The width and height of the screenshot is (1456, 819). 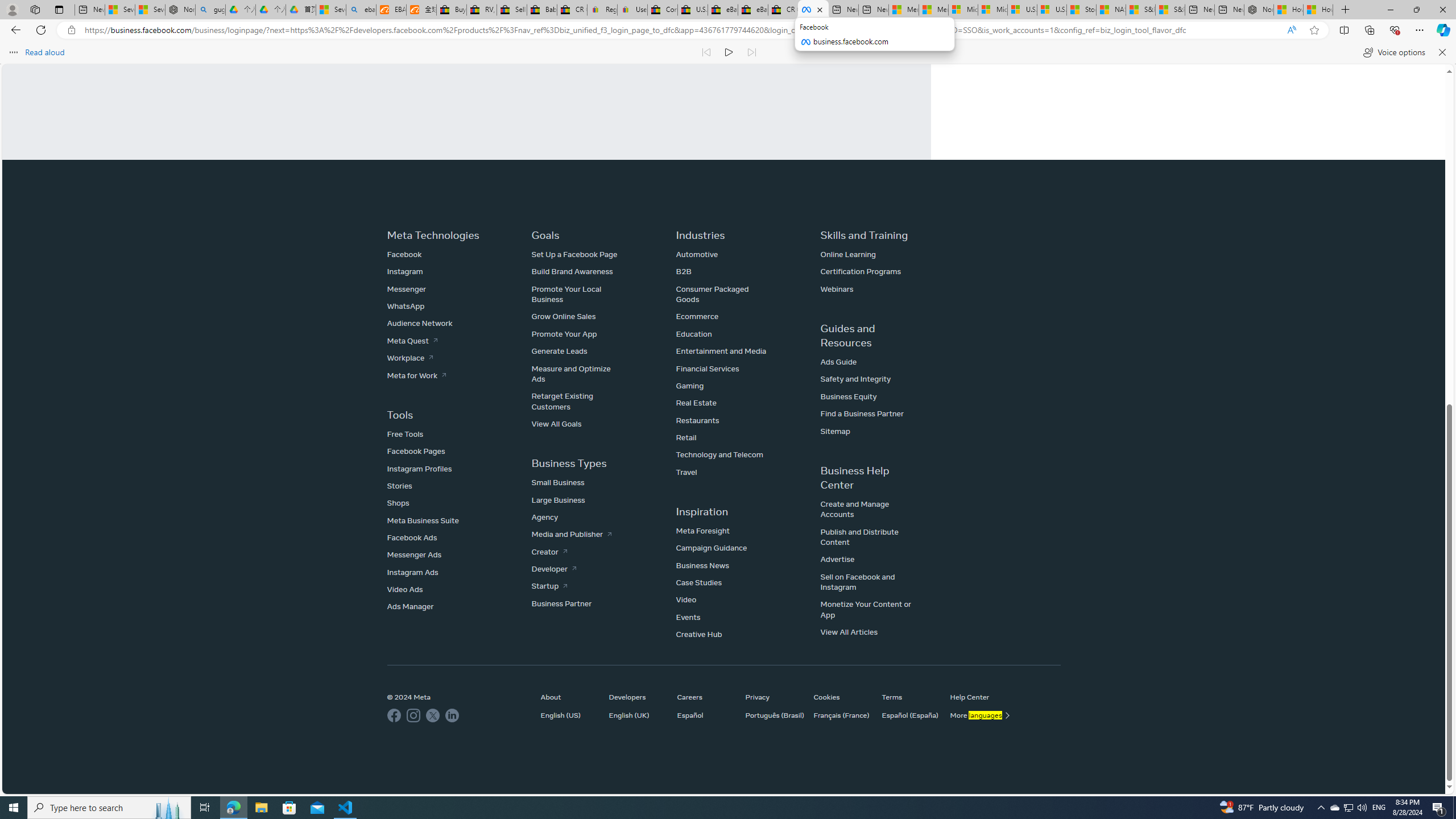 I want to click on 'WhatsApp', so click(x=406, y=305).